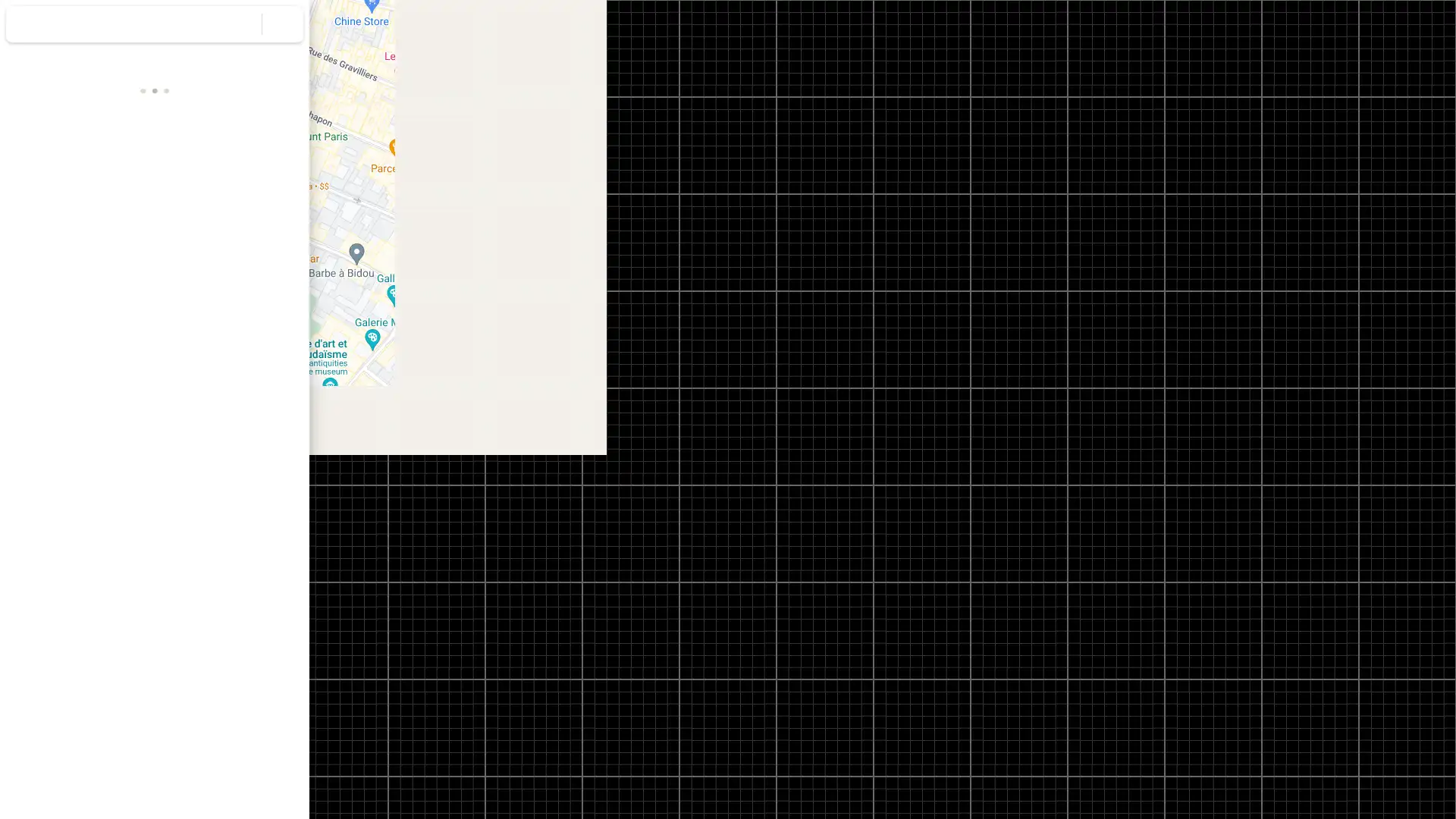 This screenshot has height=819, width=1456. I want to click on Share 5 Rue de Palestro, so click(265, 259).